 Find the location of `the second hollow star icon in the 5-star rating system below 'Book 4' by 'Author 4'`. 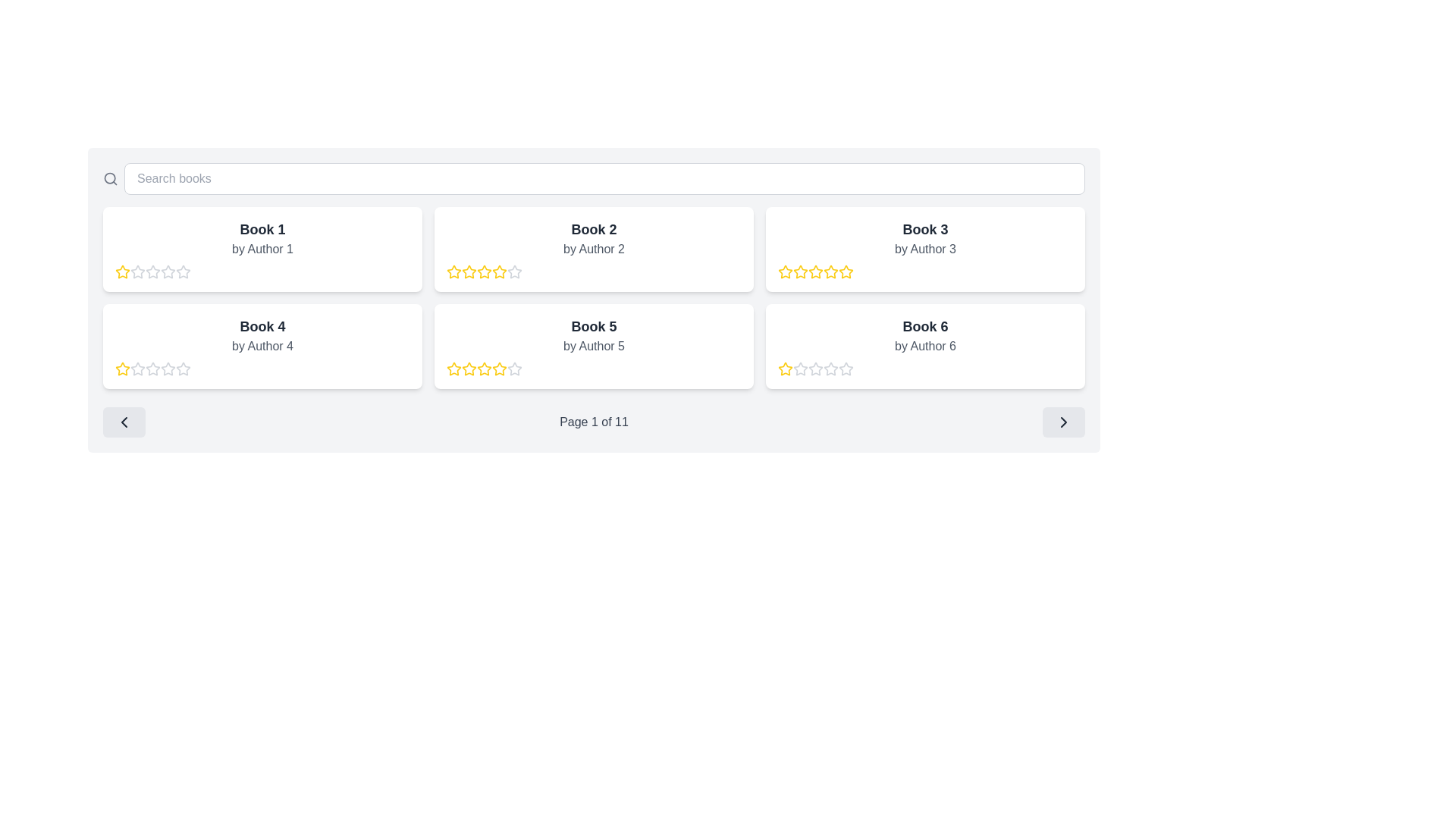

the second hollow star icon in the 5-star rating system below 'Book 4' by 'Author 4' is located at coordinates (152, 369).